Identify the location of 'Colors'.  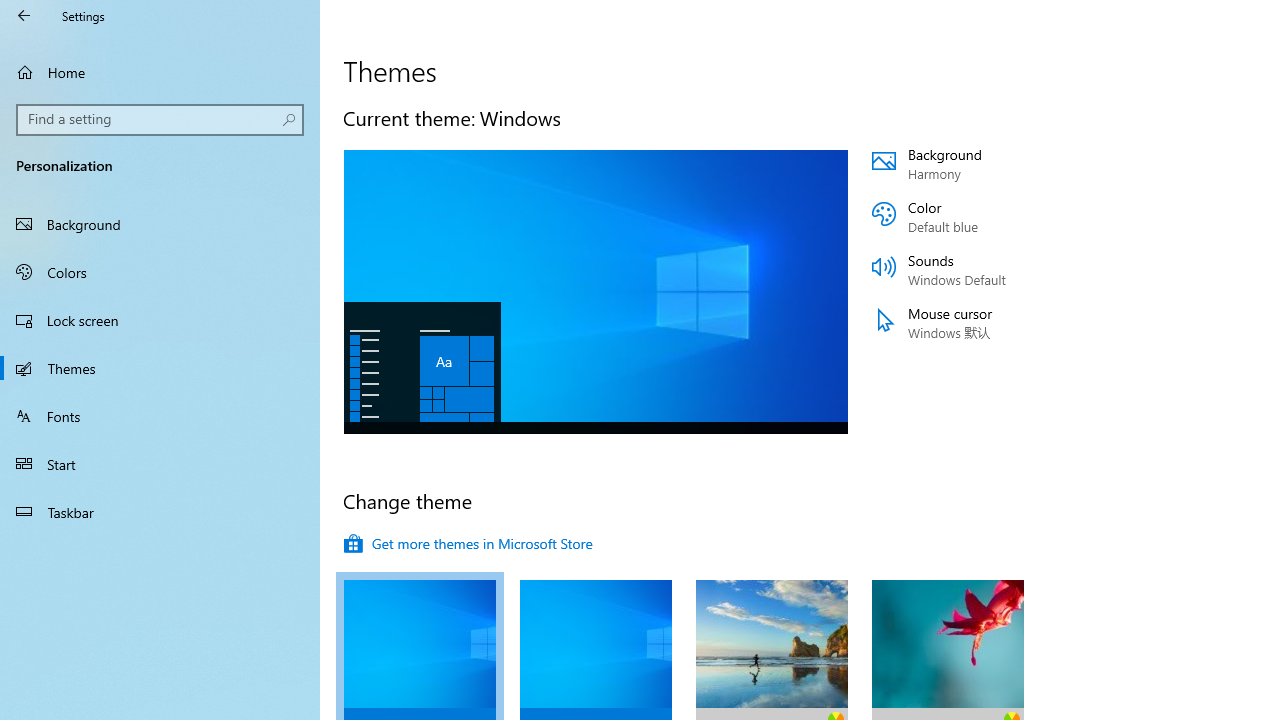
(160, 271).